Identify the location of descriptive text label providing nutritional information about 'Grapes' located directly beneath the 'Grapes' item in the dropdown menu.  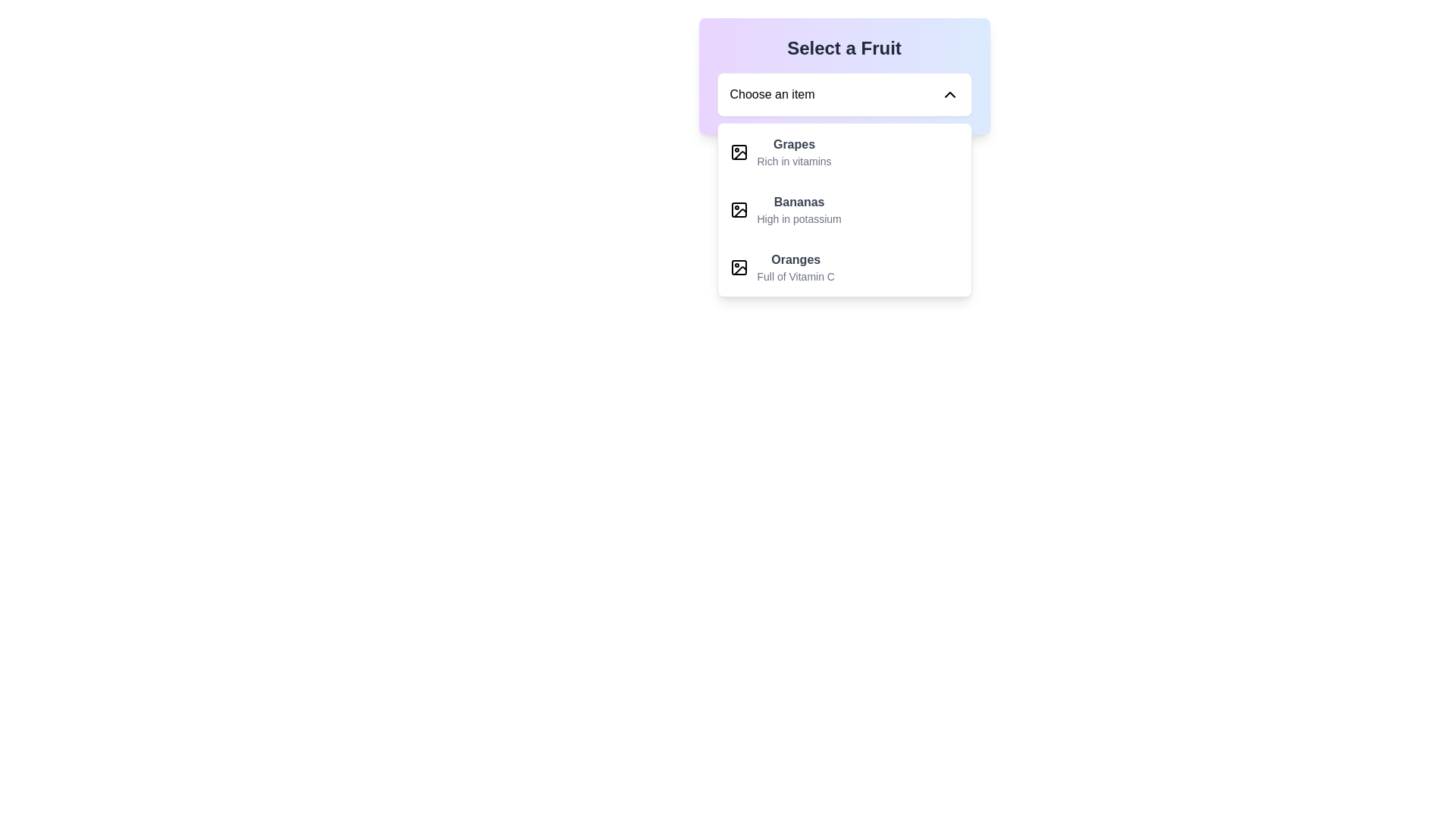
(793, 161).